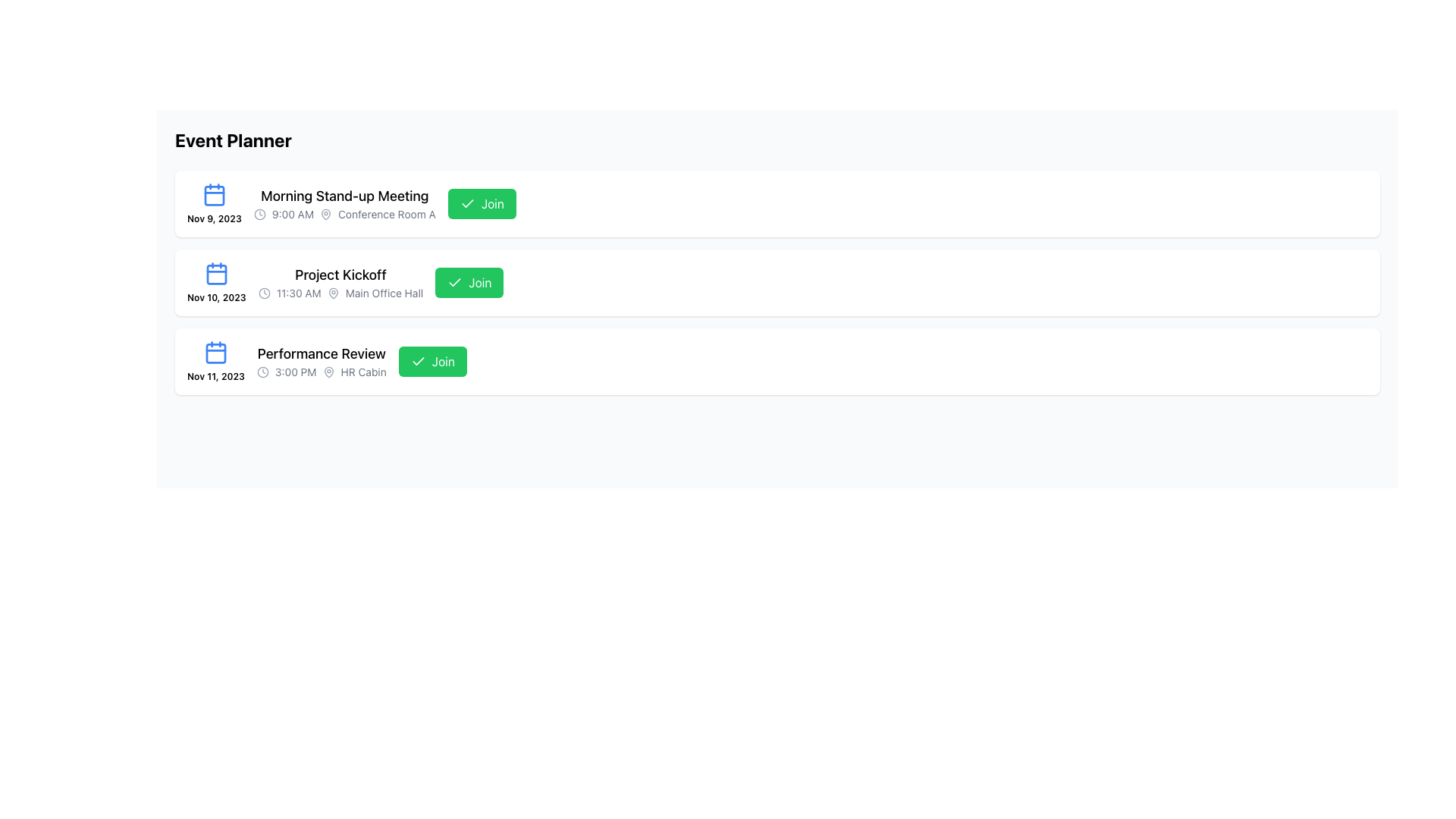  What do you see at coordinates (340, 283) in the screenshot?
I see `text content of the 'Project Kickoff' Text Label with Contextual Icons, which includes the title, time, and location` at bounding box center [340, 283].